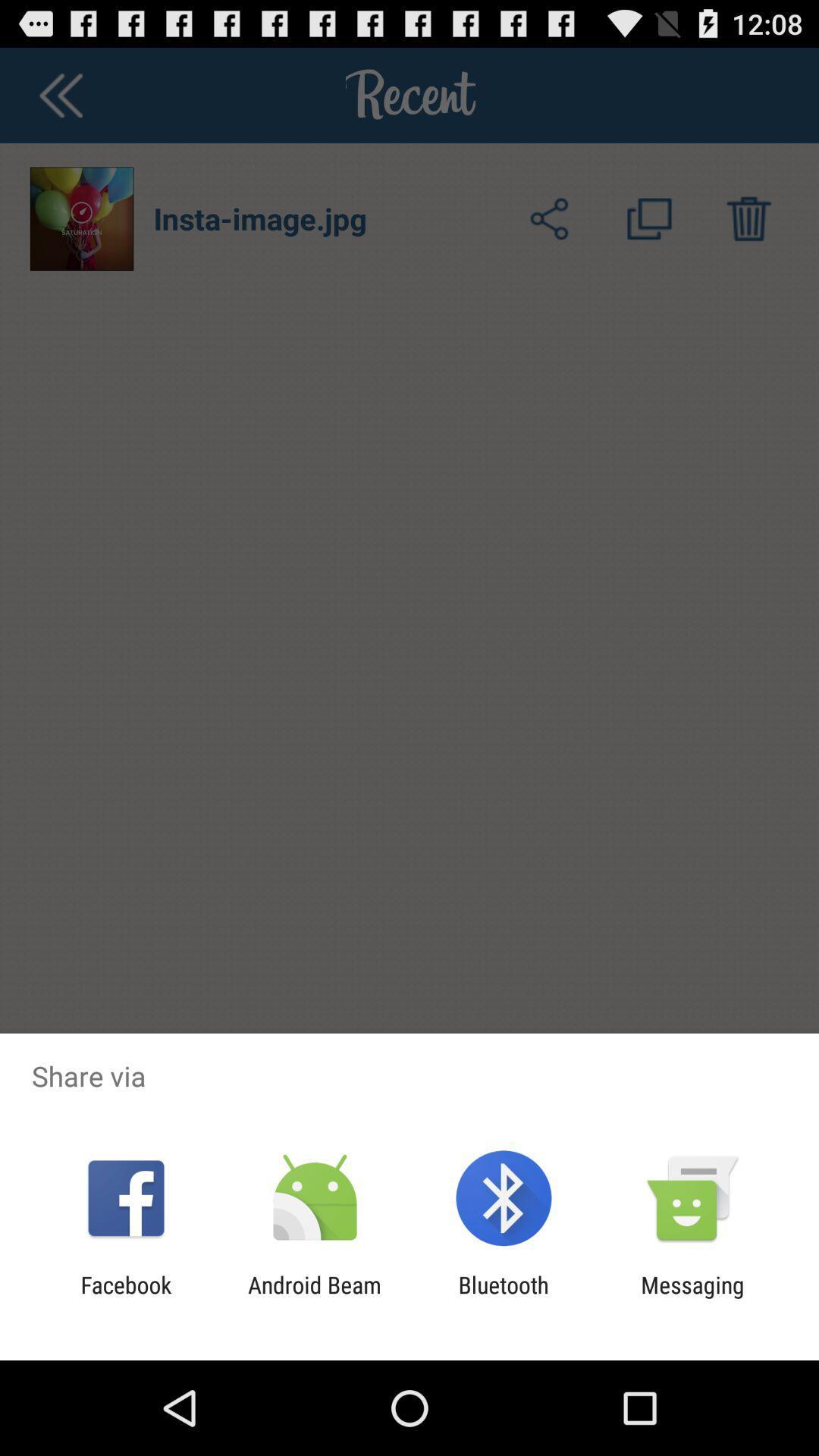  Describe the element at coordinates (504, 1298) in the screenshot. I see `icon to the right of the android beam` at that location.